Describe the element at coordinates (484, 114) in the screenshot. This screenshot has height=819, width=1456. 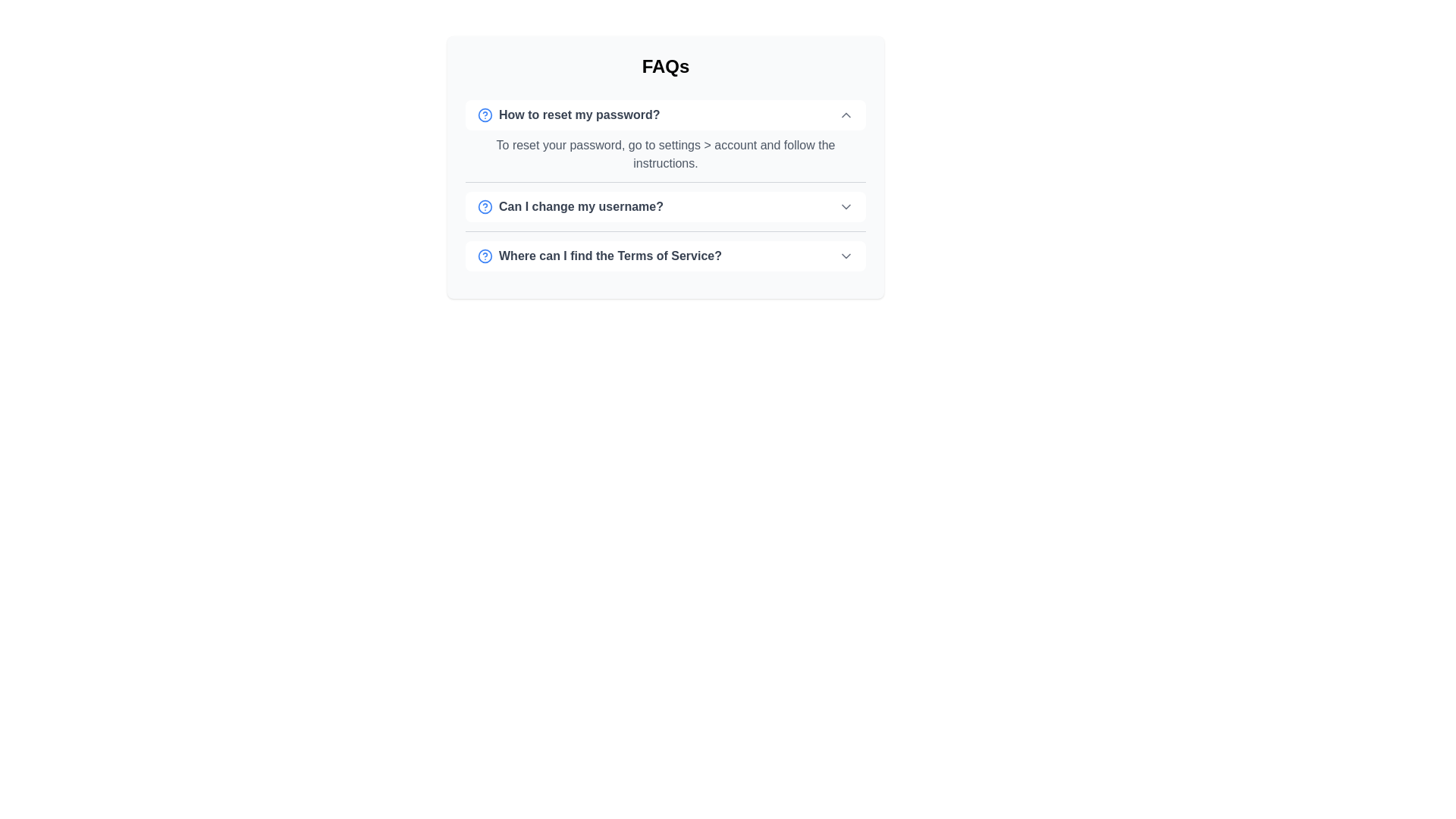
I see `the help icon located at the far left of the question header 'How to reset my password?' in the FAQ section` at that location.